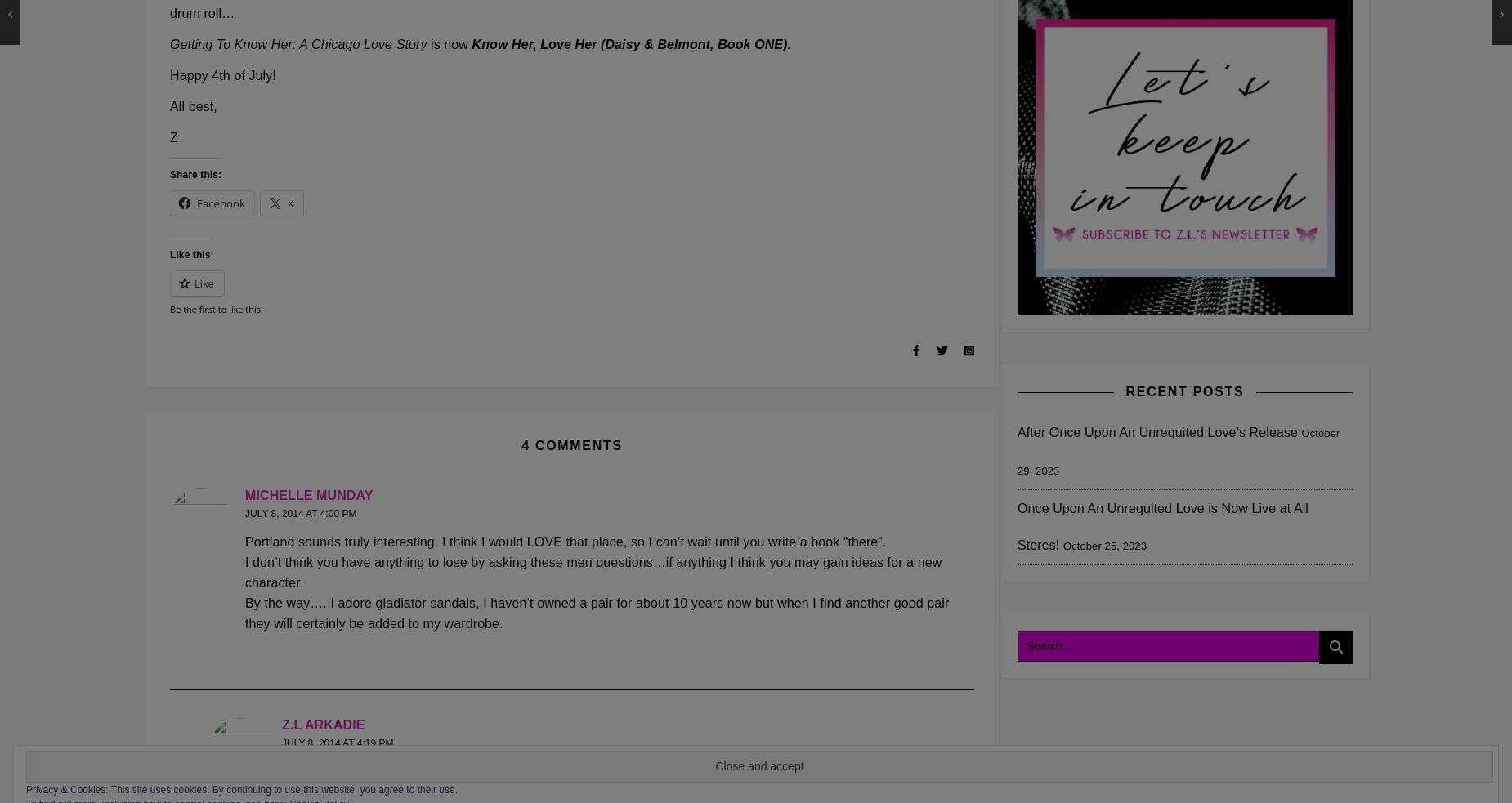 The height and width of the screenshot is (803, 1512). Describe the element at coordinates (1156, 431) in the screenshot. I see `'After Once Upon An Unrequited Love’s Release'` at that location.